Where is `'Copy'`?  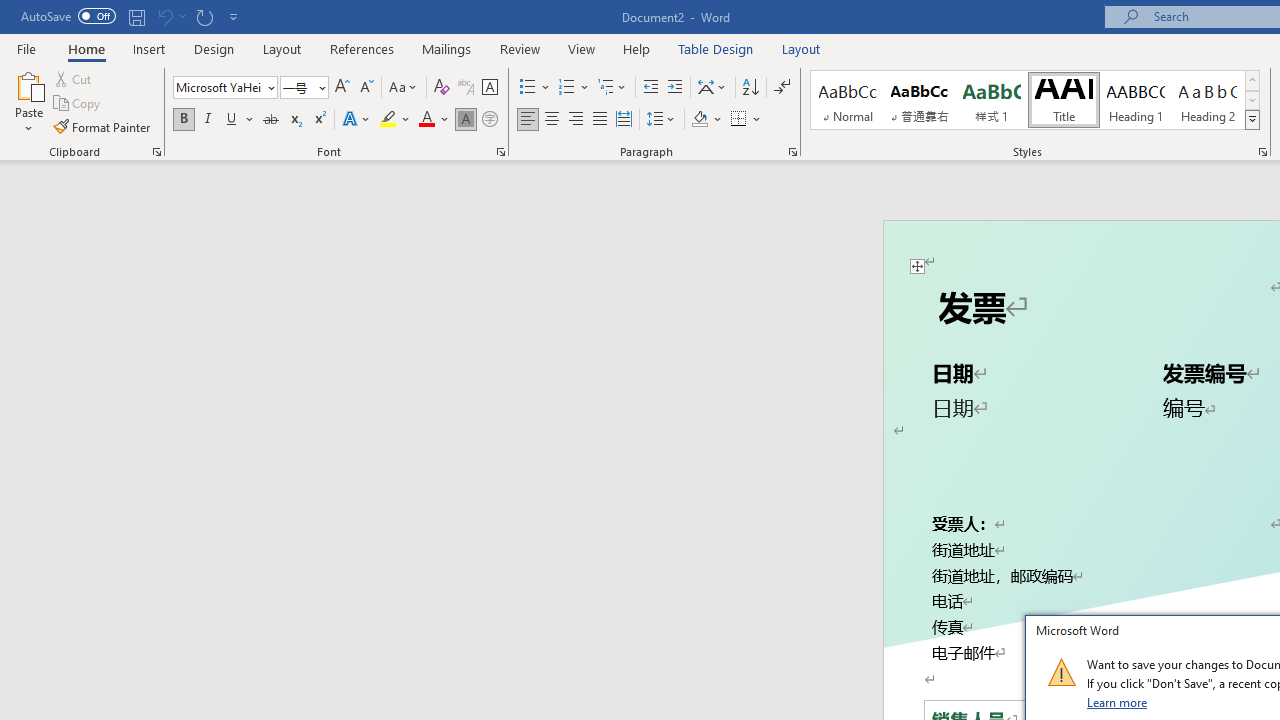 'Copy' is located at coordinates (78, 103).